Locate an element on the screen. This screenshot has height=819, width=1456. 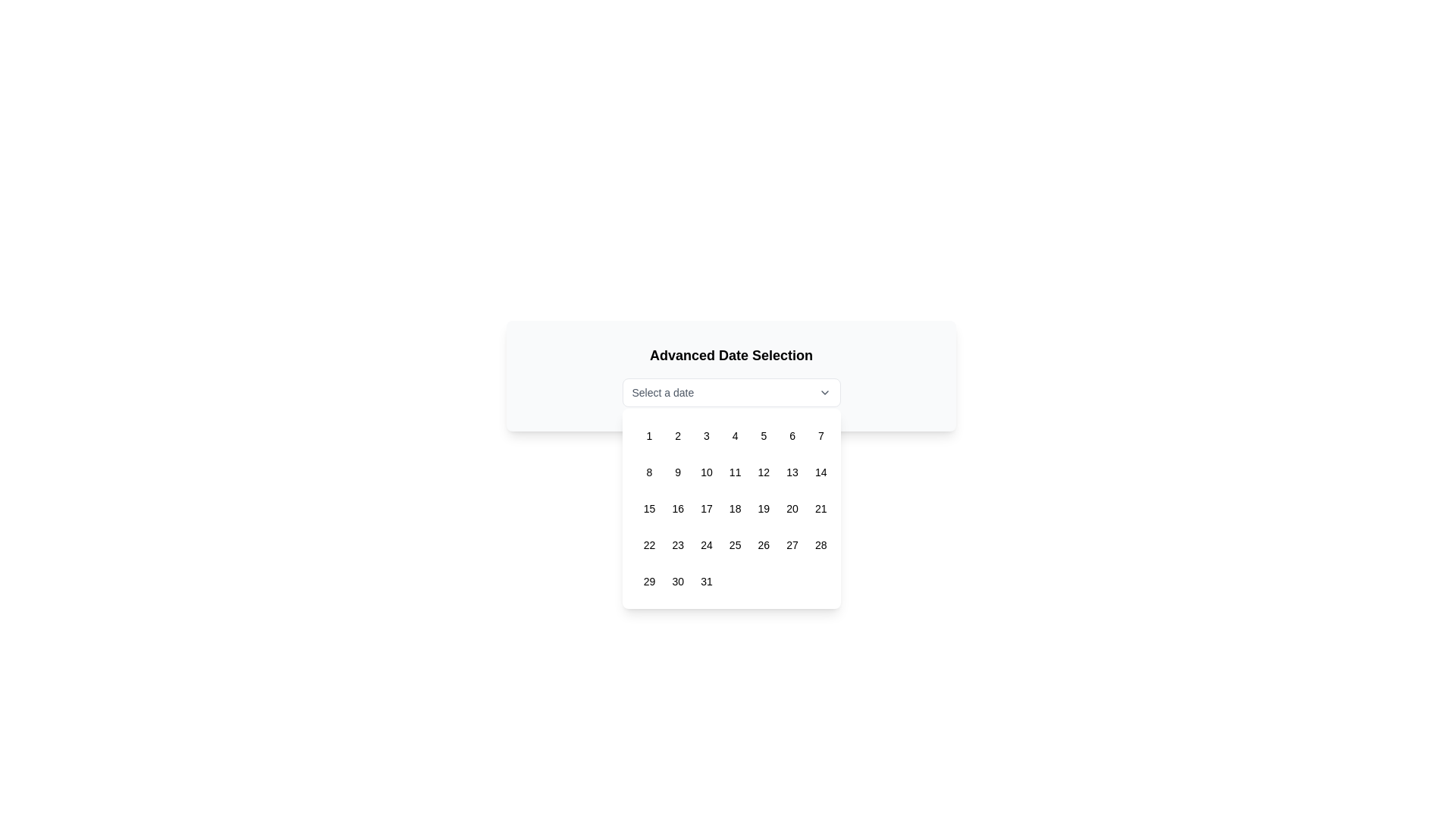
the button labeled '30' is located at coordinates (676, 581).